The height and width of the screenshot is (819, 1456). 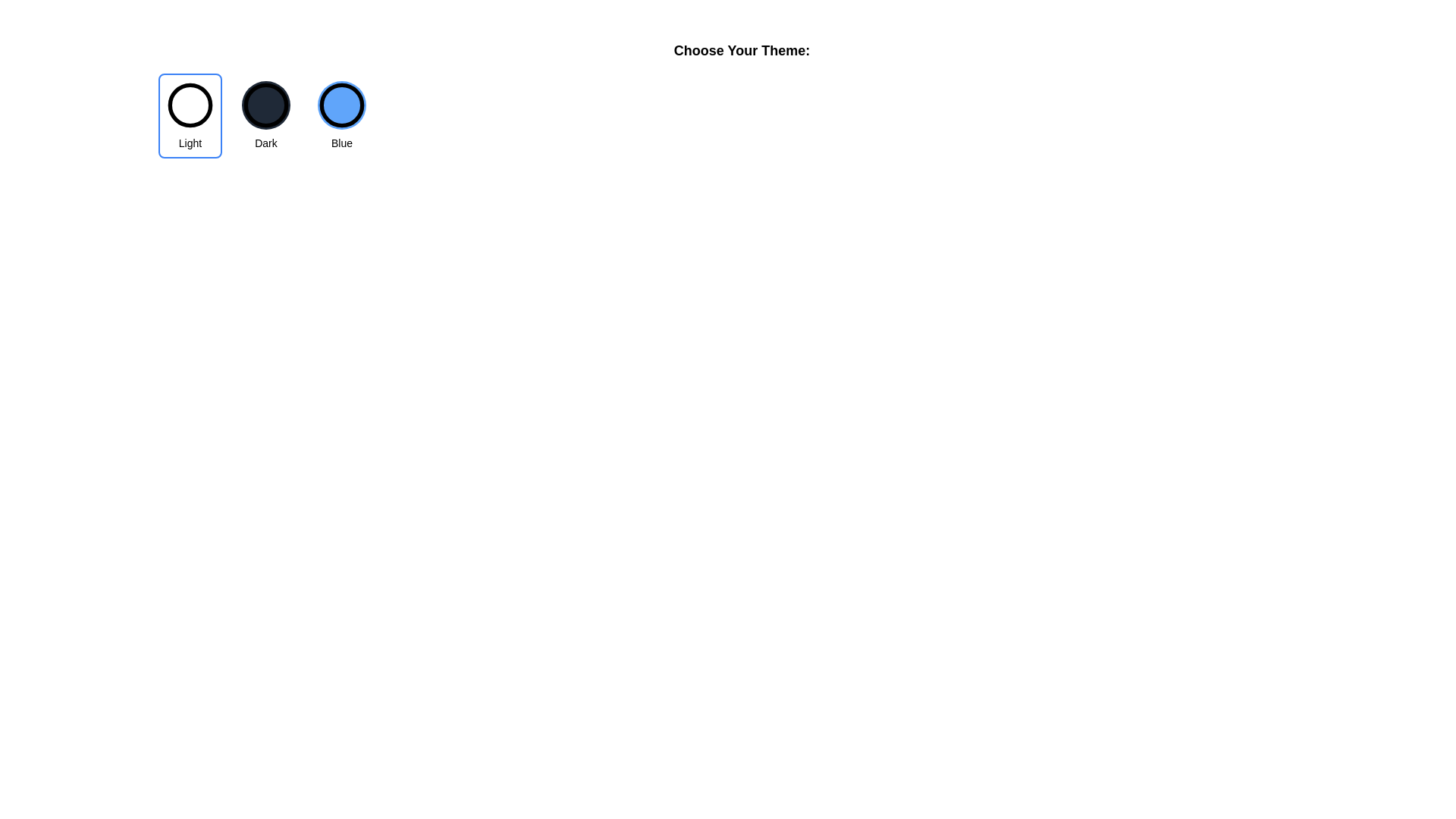 I want to click on the circular option for the 'Dark' theme, which is the second of three circular options at the center top of the interface, so click(x=265, y=104).